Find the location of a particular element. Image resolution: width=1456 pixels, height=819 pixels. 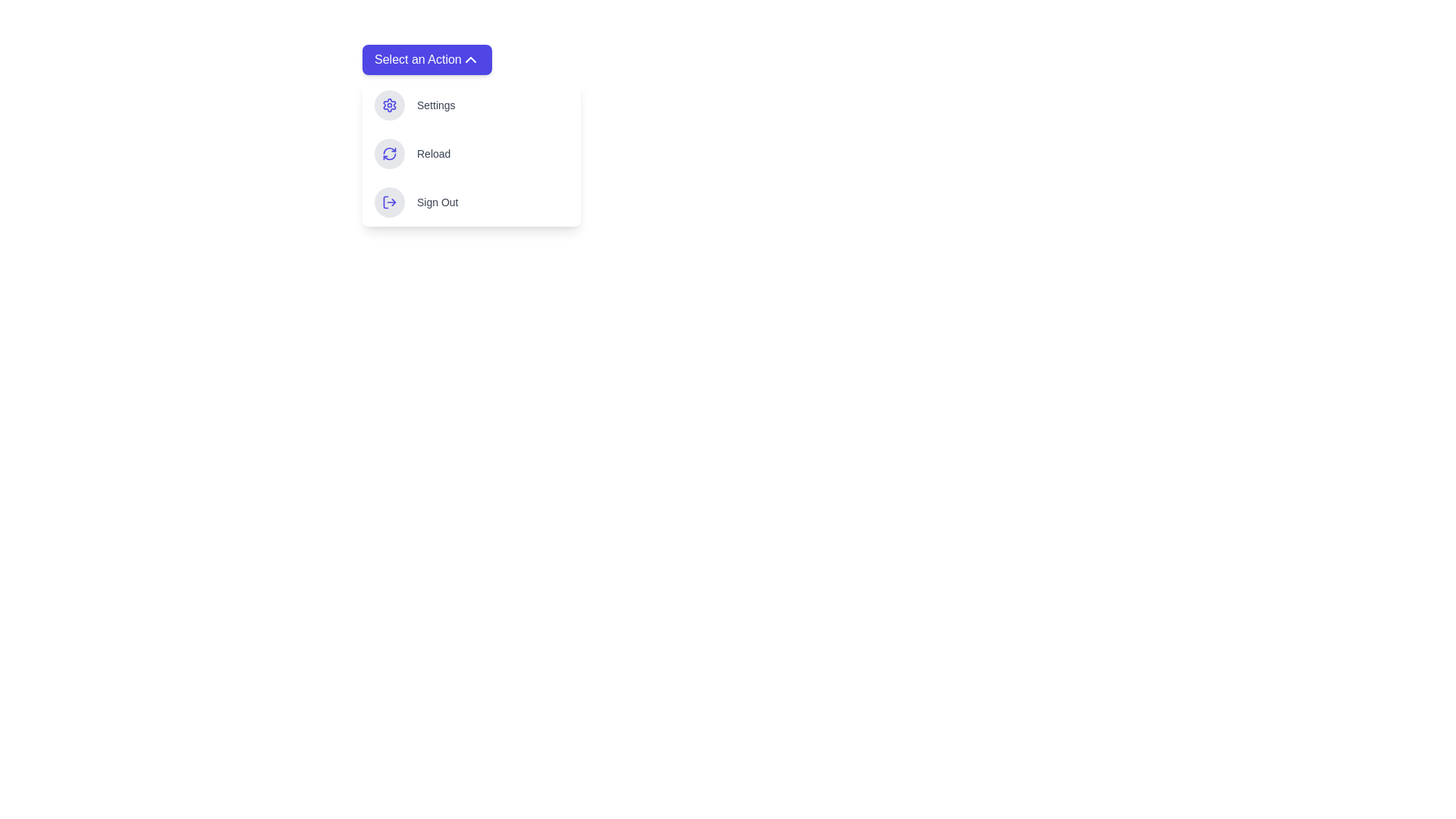

the circular arrow icon in the vertical menu labeled 'Reload' is located at coordinates (389, 154).